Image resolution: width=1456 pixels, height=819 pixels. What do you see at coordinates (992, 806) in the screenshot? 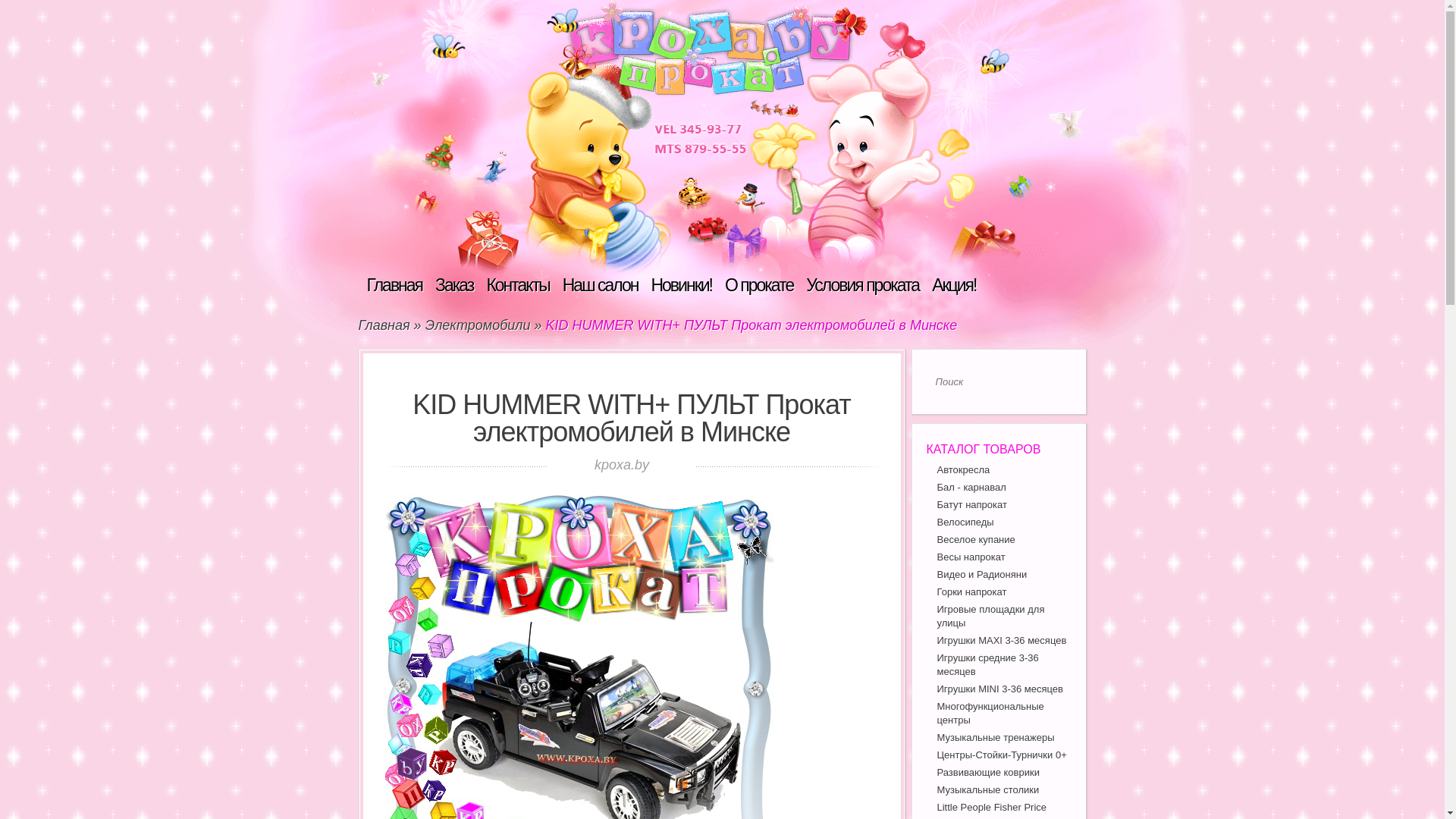
I see `'Little People Fisher Price'` at bounding box center [992, 806].